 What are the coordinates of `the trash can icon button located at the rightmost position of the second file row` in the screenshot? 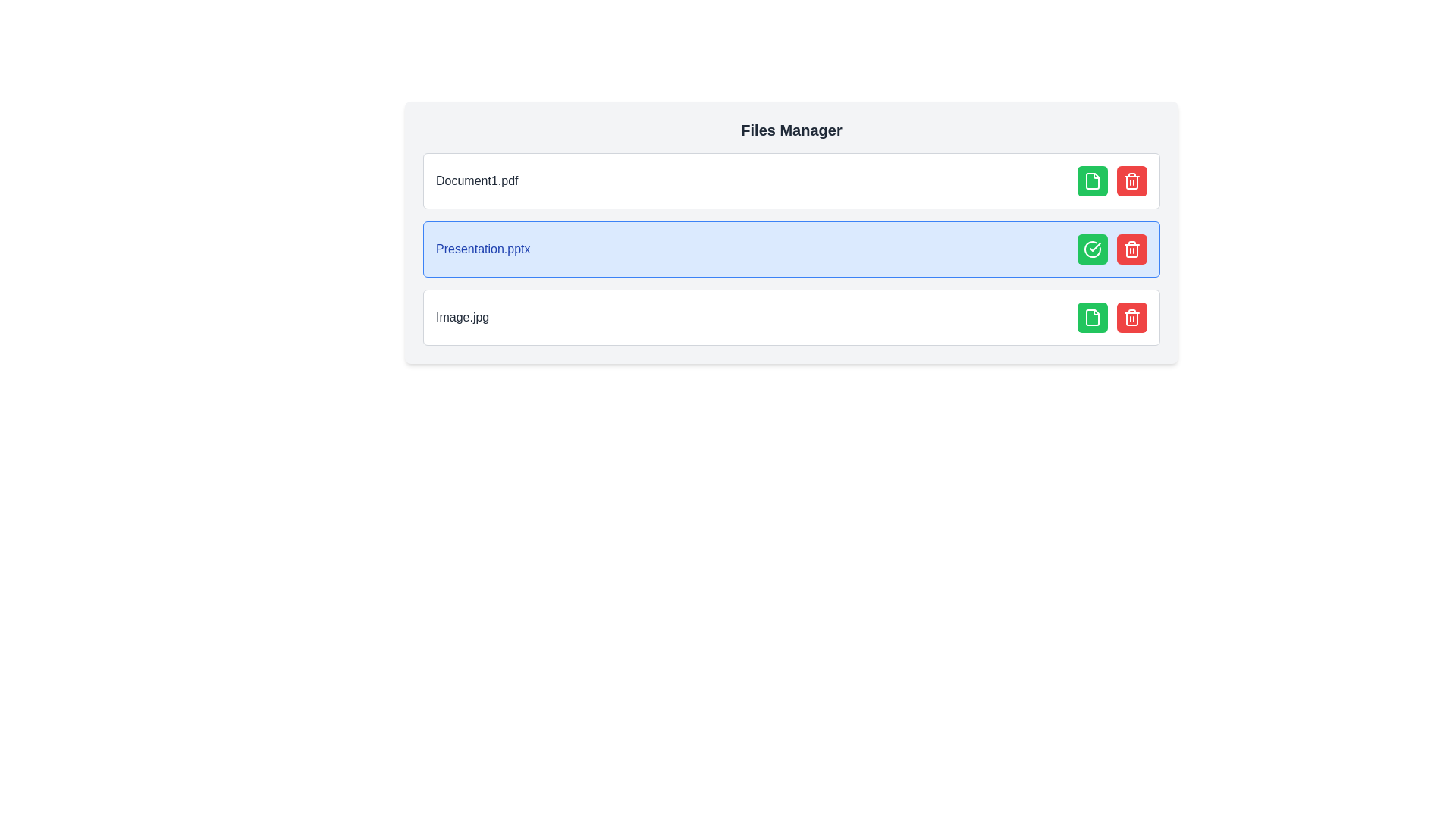 It's located at (1131, 248).